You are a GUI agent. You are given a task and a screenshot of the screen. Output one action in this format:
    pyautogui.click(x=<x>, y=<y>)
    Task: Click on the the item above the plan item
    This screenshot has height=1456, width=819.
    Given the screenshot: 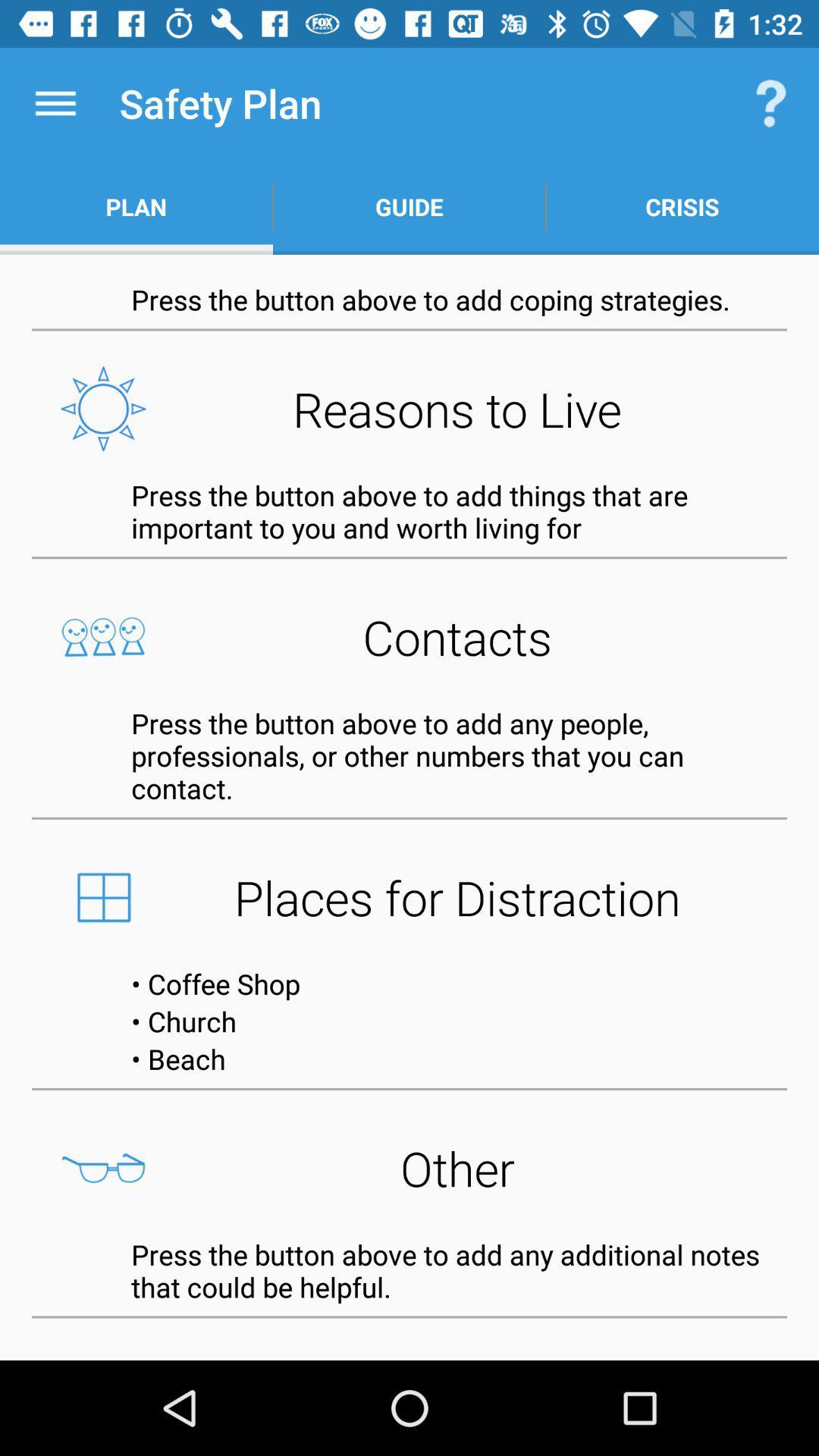 What is the action you would take?
    pyautogui.click(x=55, y=102)
    